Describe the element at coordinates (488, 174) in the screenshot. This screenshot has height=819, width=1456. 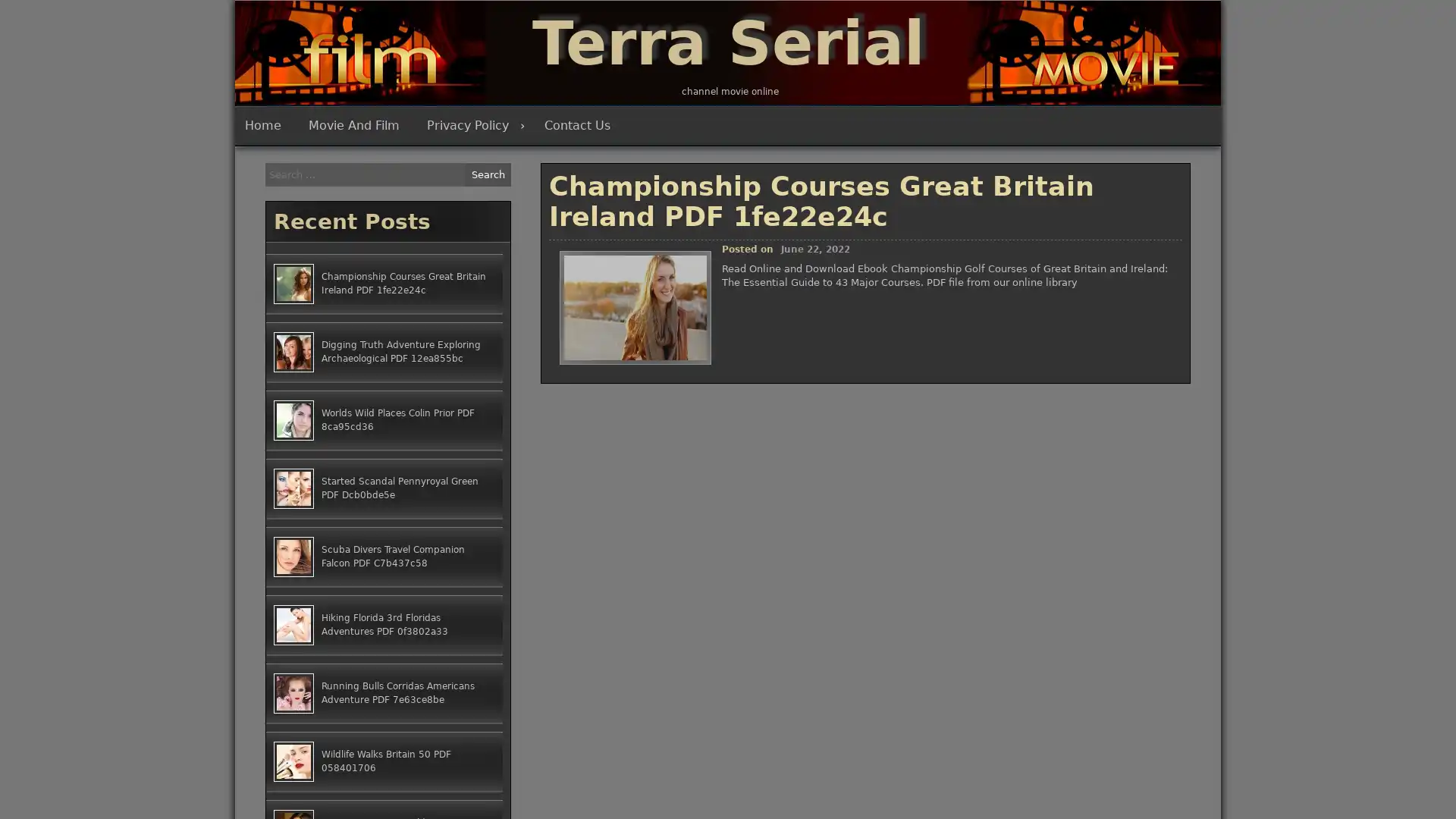
I see `Search` at that location.